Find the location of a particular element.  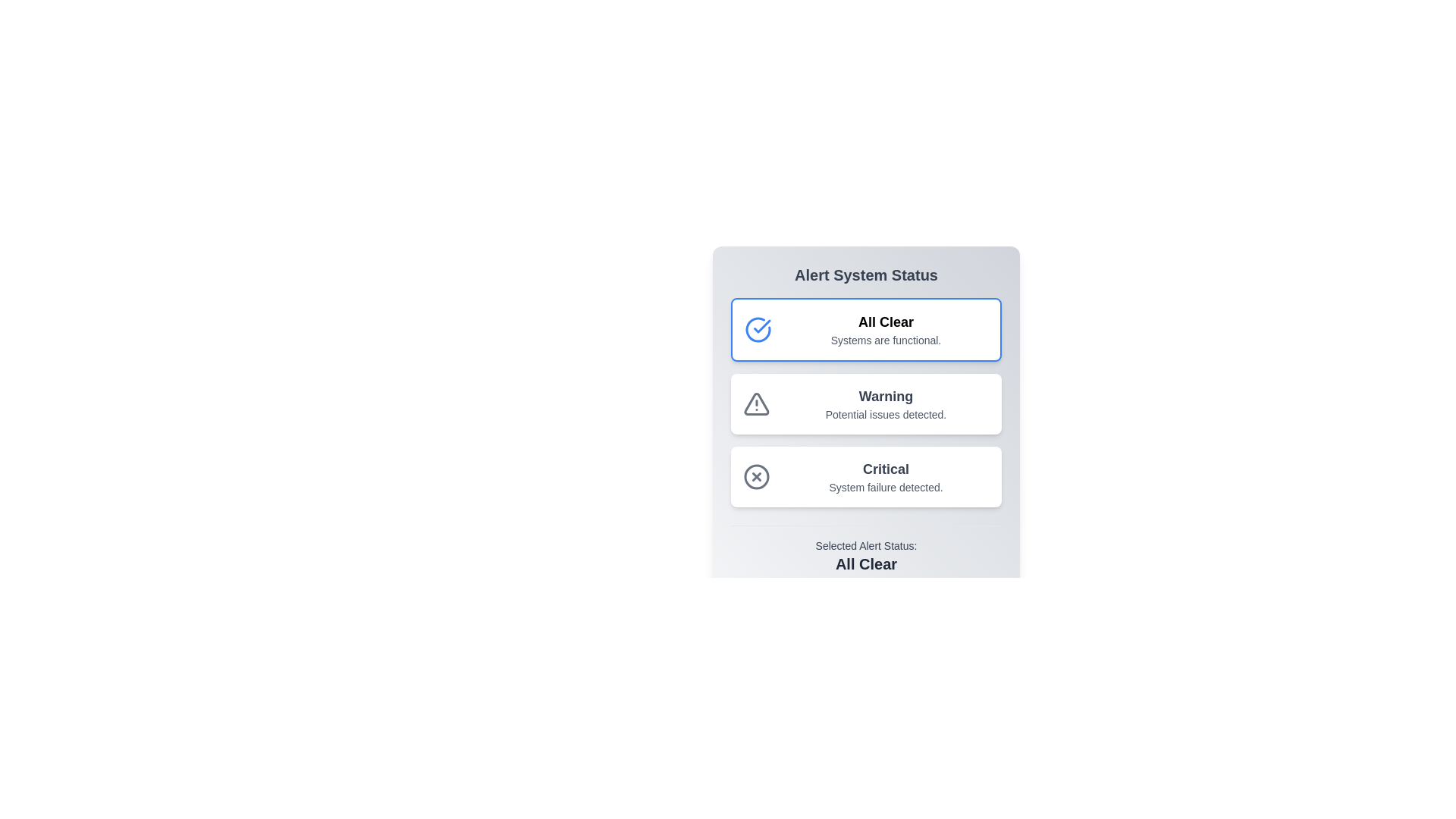

the Text Block that displays the current system status, labeled 'All Clear', which is positioned within the top-level status card and aligned with the card's blue borders is located at coordinates (886, 329).